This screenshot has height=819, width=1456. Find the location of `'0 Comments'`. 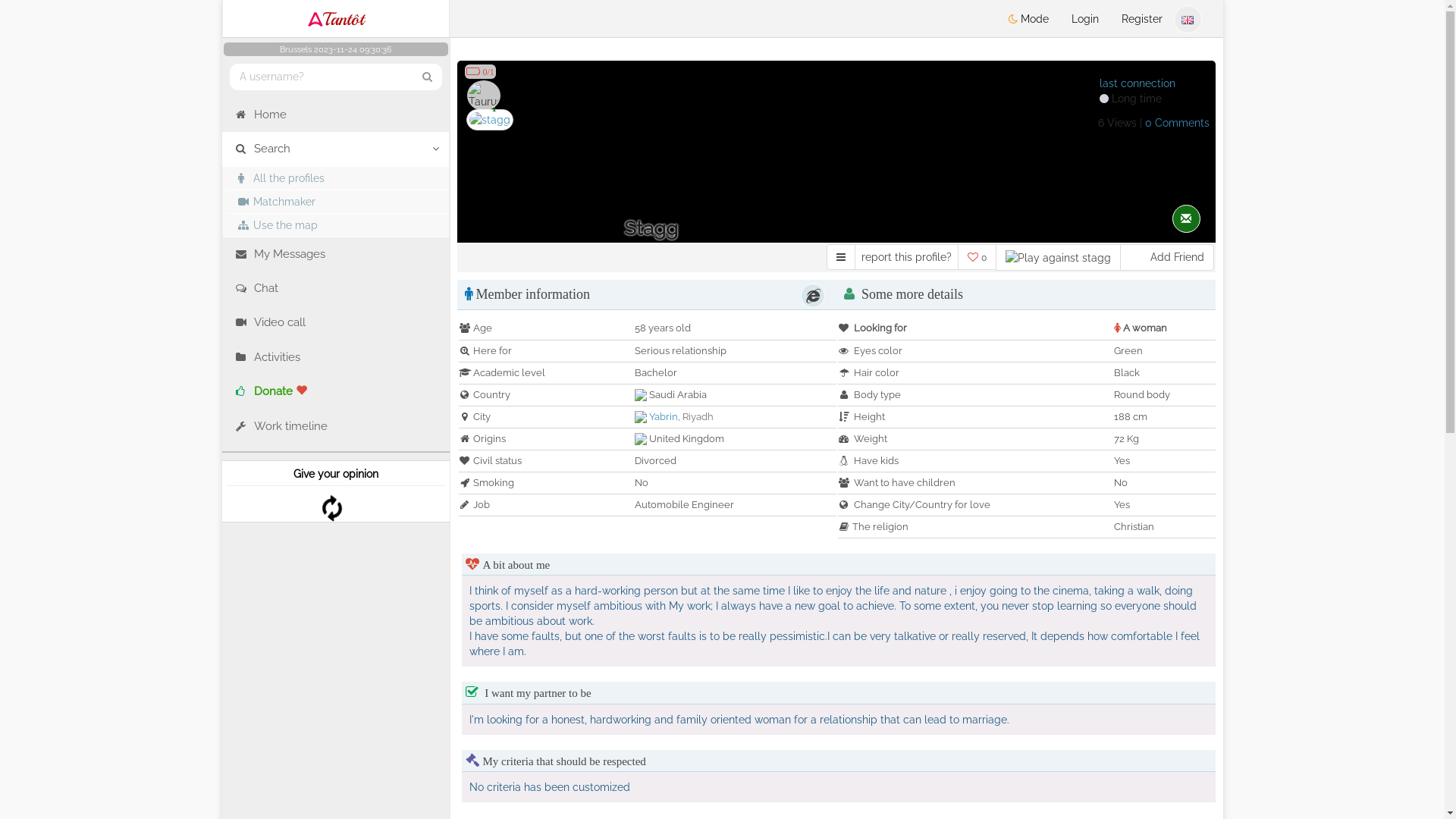

'0 Comments' is located at coordinates (1176, 122).